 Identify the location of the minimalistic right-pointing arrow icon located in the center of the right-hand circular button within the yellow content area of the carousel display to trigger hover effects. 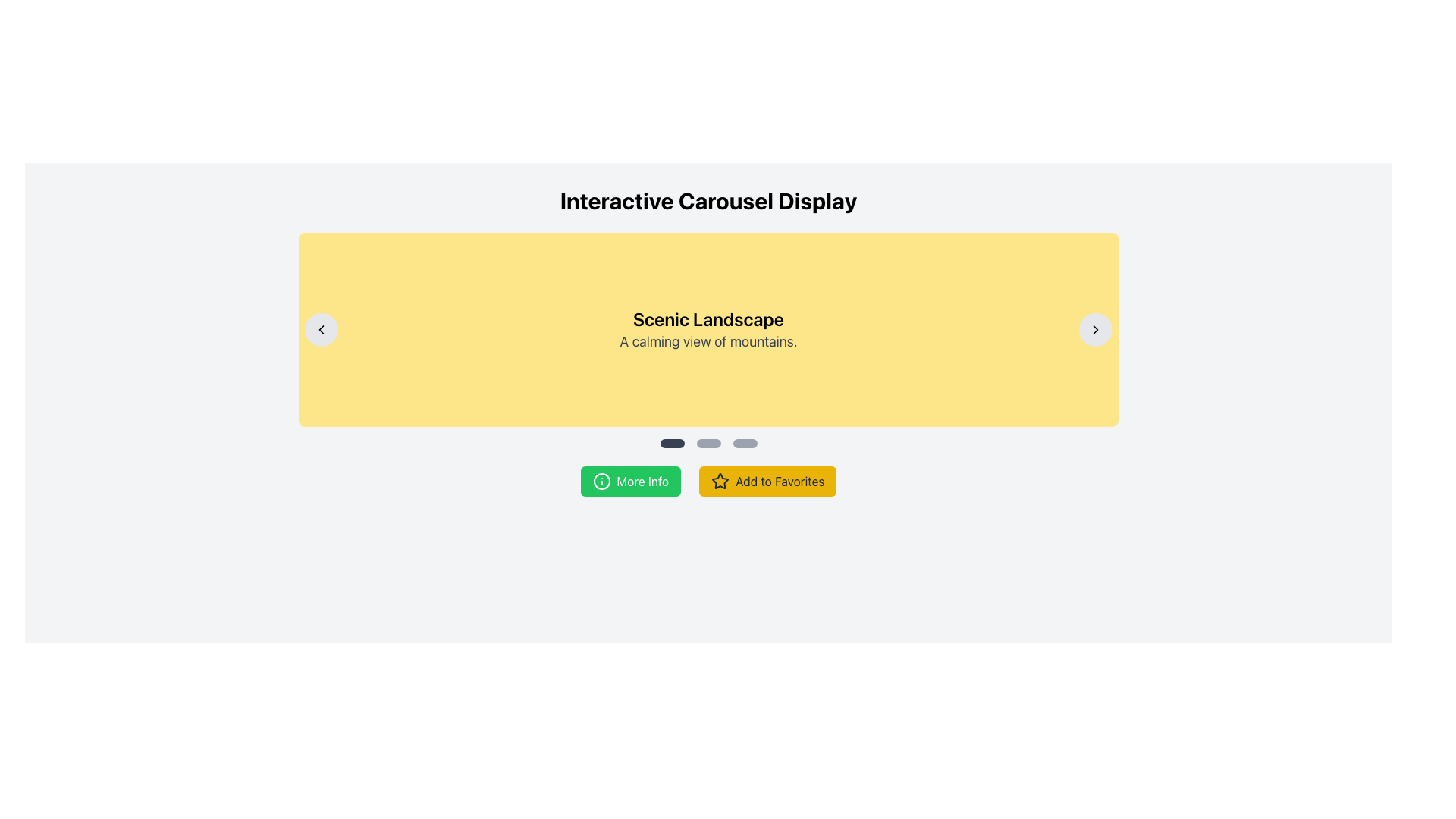
(1096, 329).